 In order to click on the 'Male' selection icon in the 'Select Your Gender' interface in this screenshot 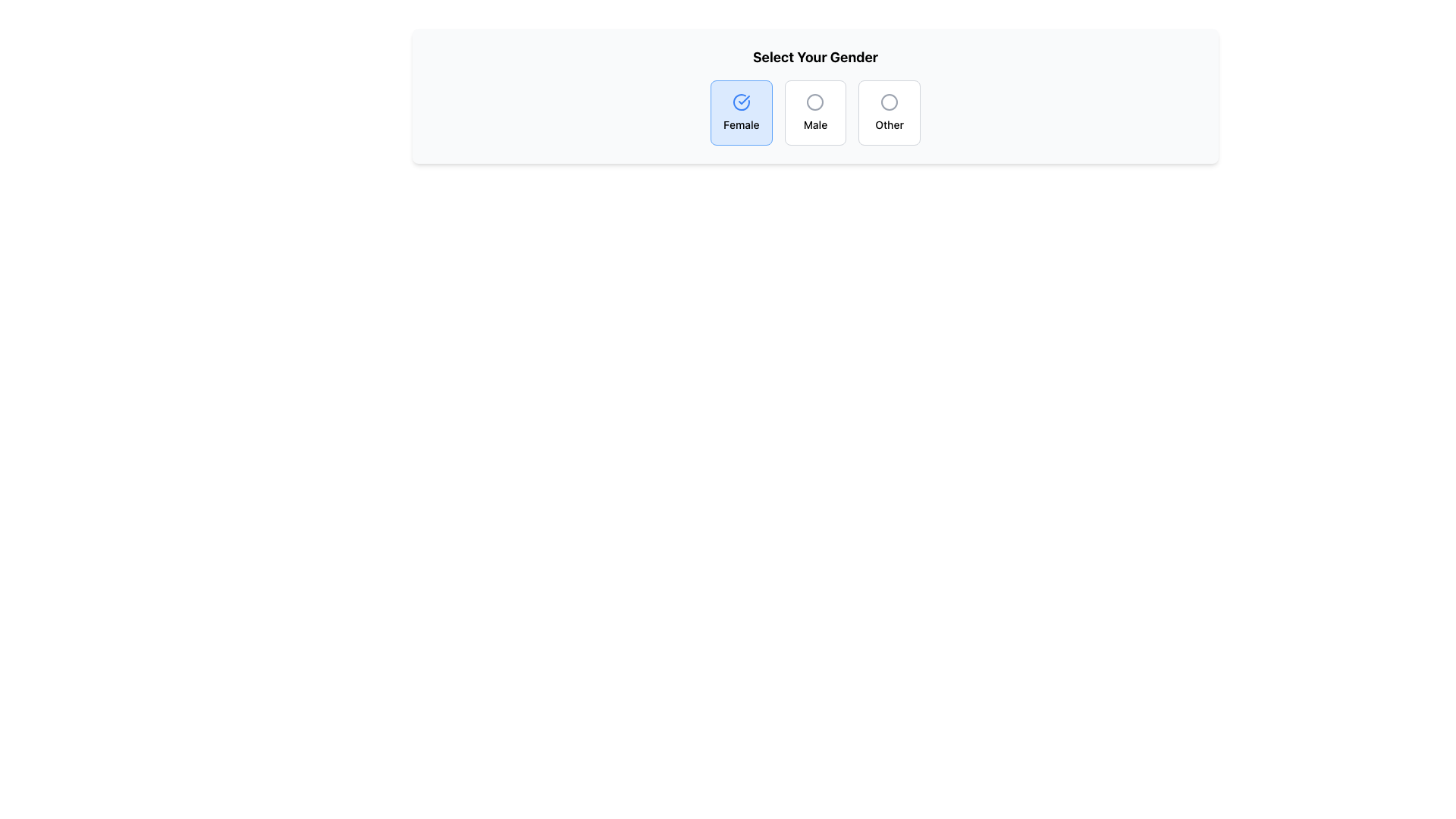, I will do `click(814, 102)`.